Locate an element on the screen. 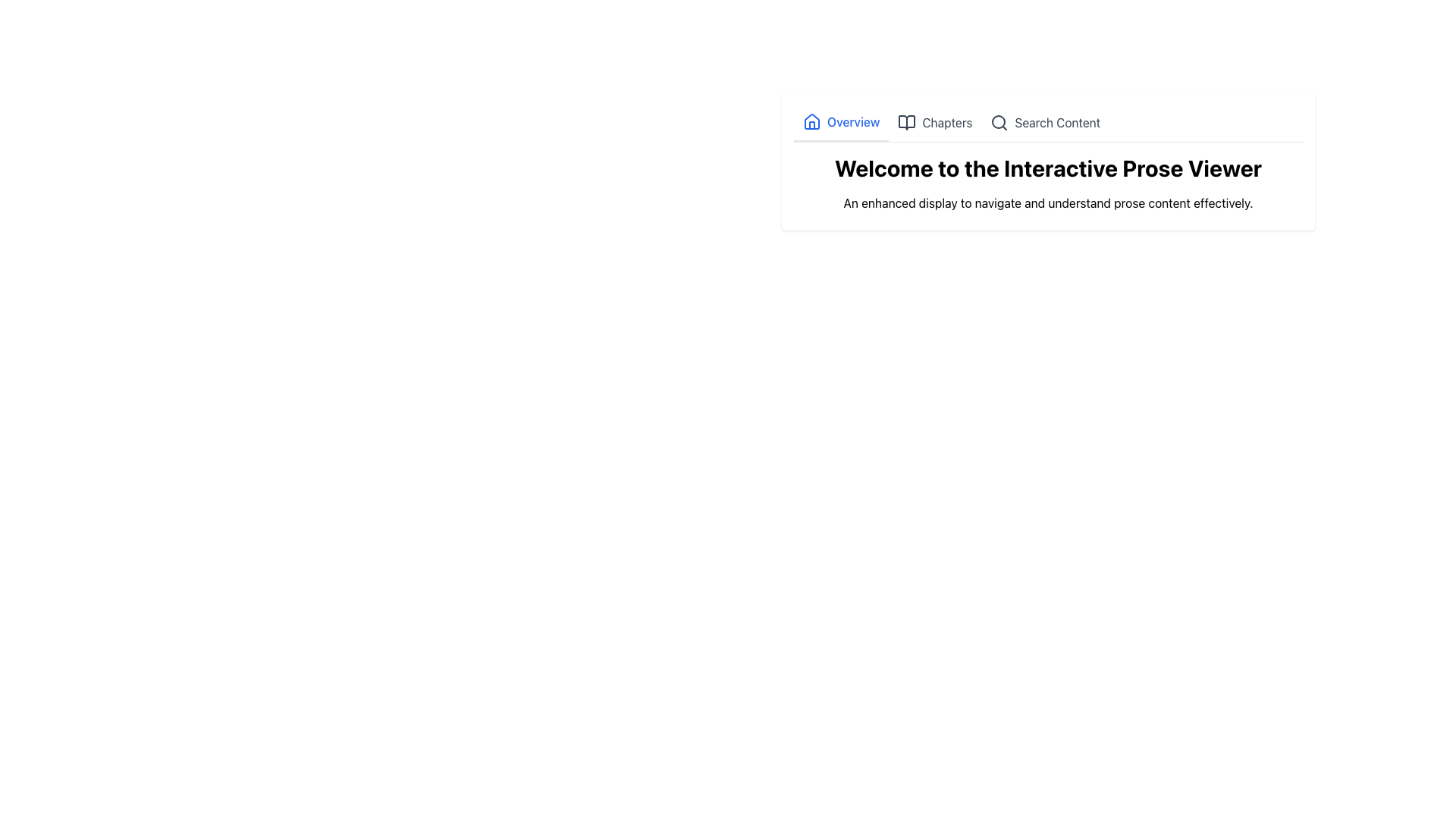 The width and height of the screenshot is (1456, 819). the 'Search Content' button with a magnifying glass icon located at the top right of the navigation bar is located at coordinates (1044, 122).